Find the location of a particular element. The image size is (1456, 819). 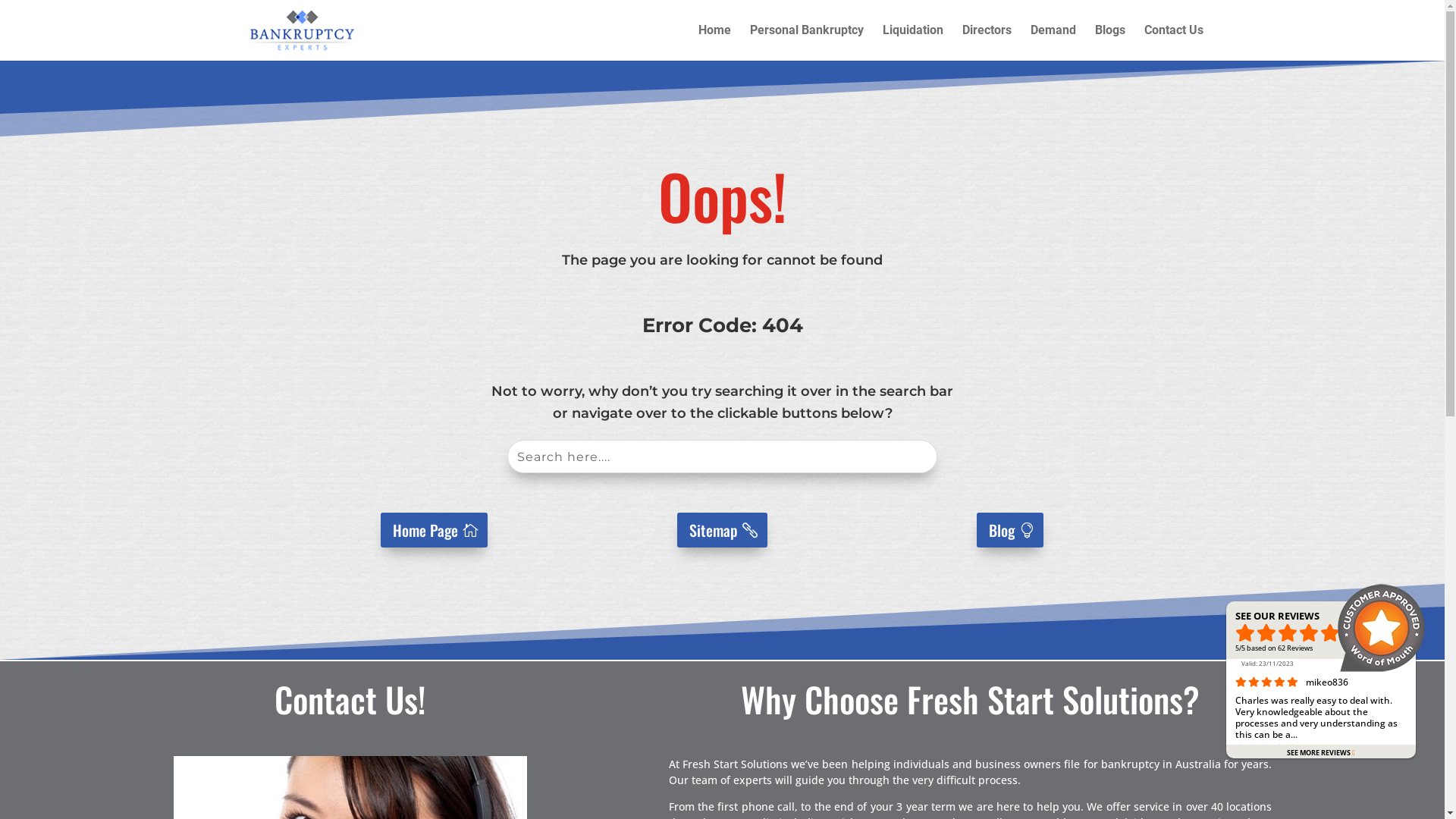

'Home' is located at coordinates (698, 42).